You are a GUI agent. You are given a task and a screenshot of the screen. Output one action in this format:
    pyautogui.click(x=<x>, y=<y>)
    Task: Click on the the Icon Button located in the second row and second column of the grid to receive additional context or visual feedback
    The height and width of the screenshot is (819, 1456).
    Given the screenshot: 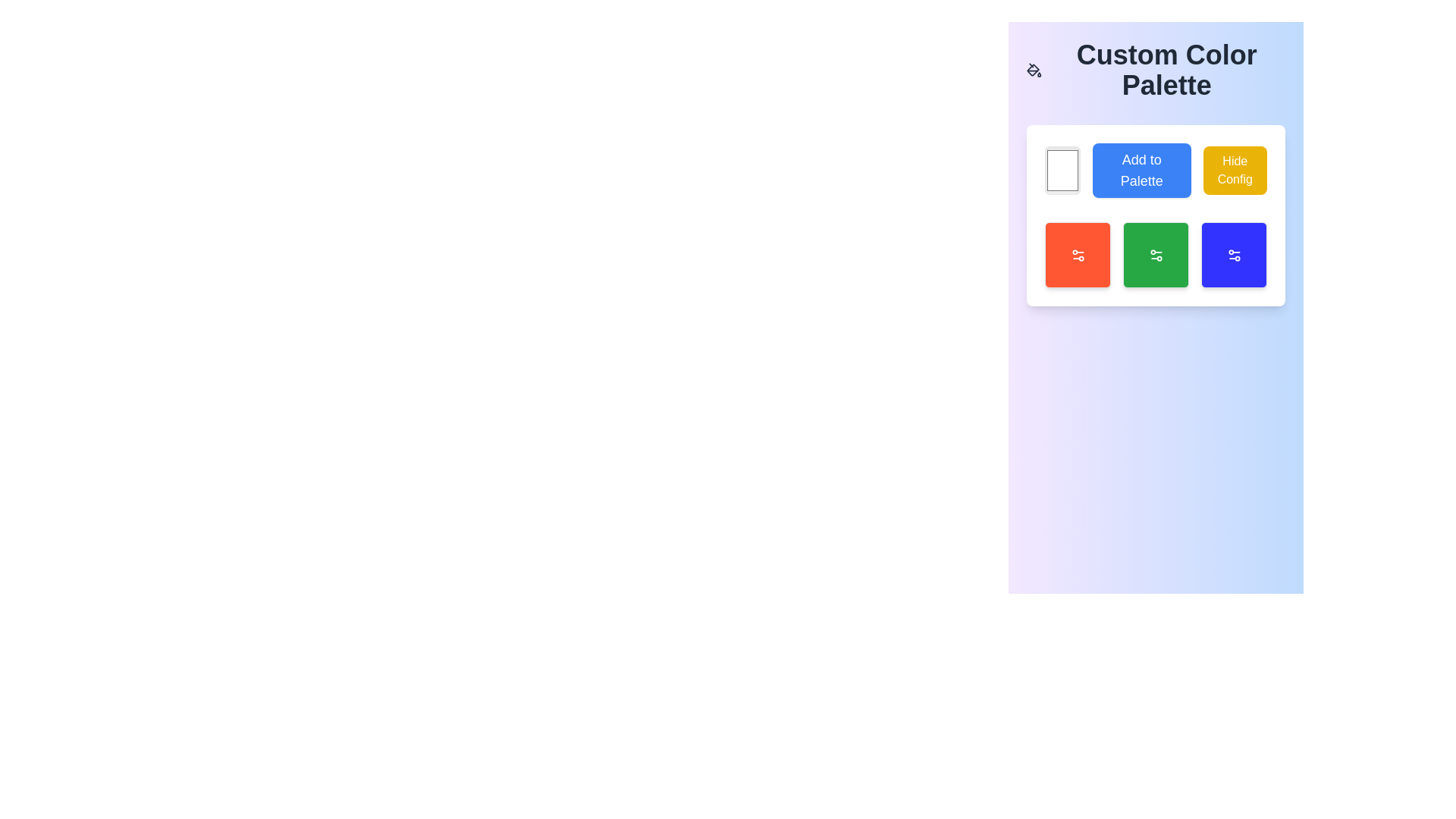 What is the action you would take?
    pyautogui.click(x=1155, y=254)
    